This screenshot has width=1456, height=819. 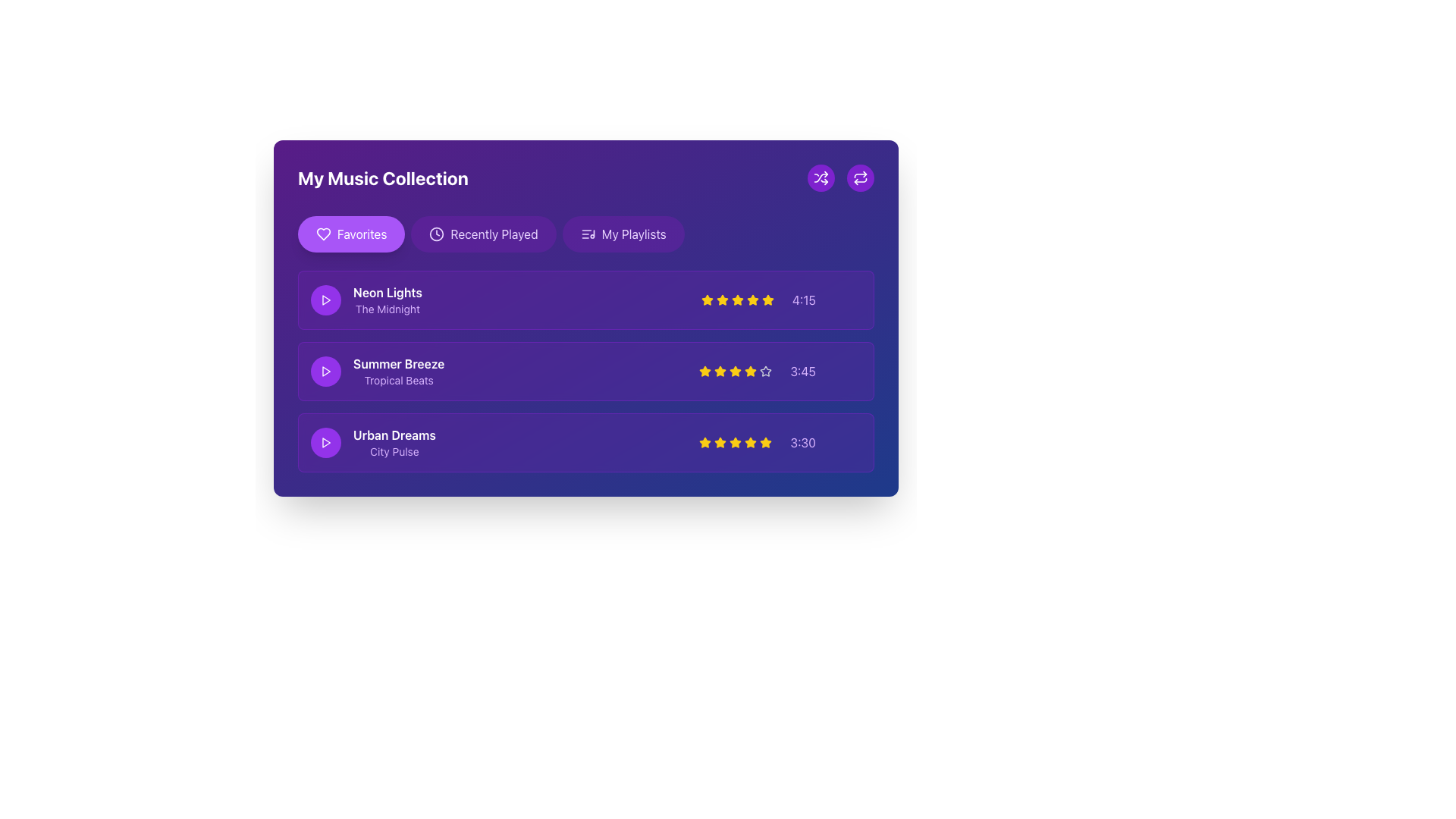 I want to click on the Text label displaying the duration of the music track, located on the right side of the second row of the playlist, adjacent to star icons and before a button, so click(x=802, y=371).